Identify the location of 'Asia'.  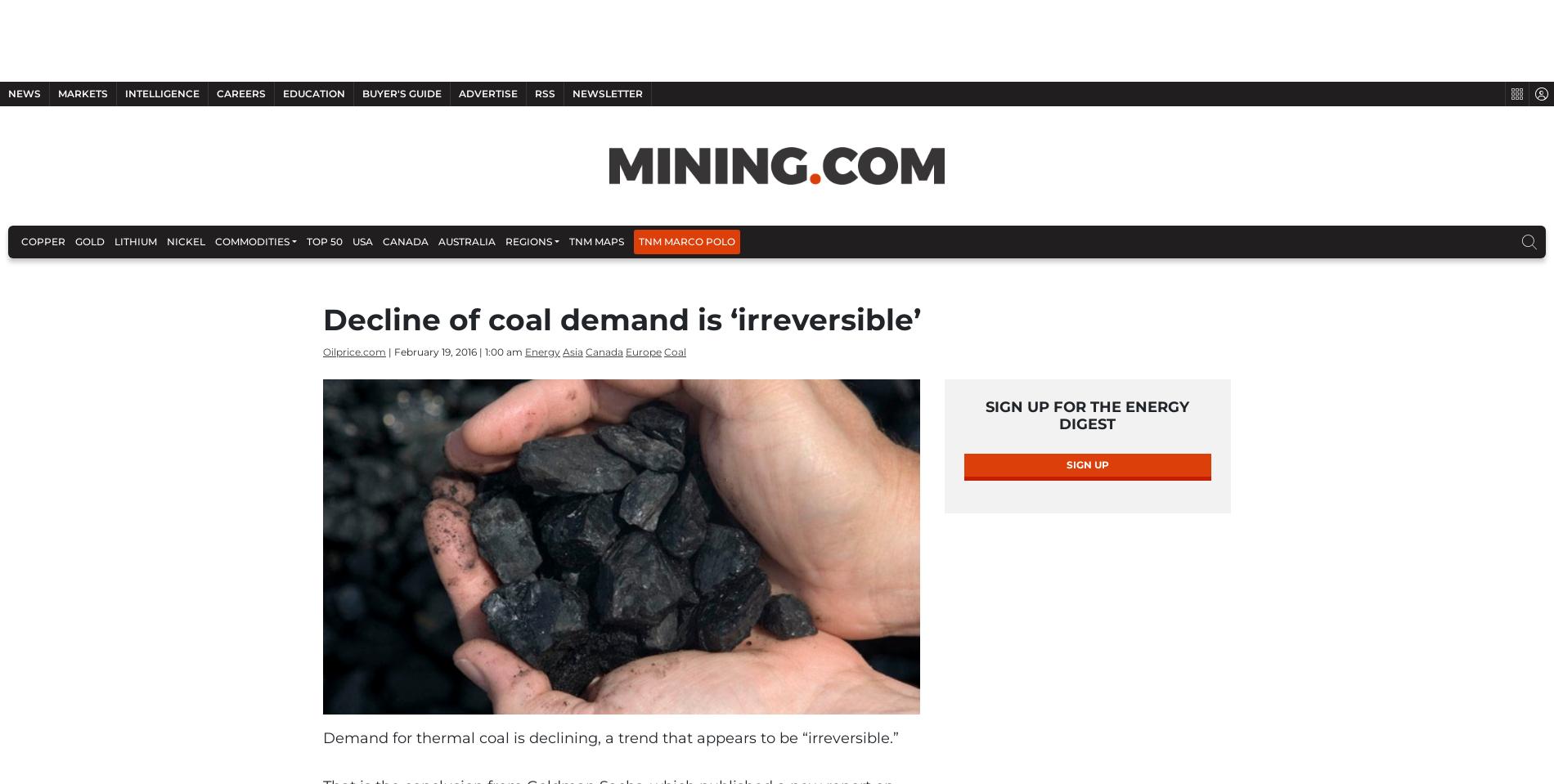
(562, 424).